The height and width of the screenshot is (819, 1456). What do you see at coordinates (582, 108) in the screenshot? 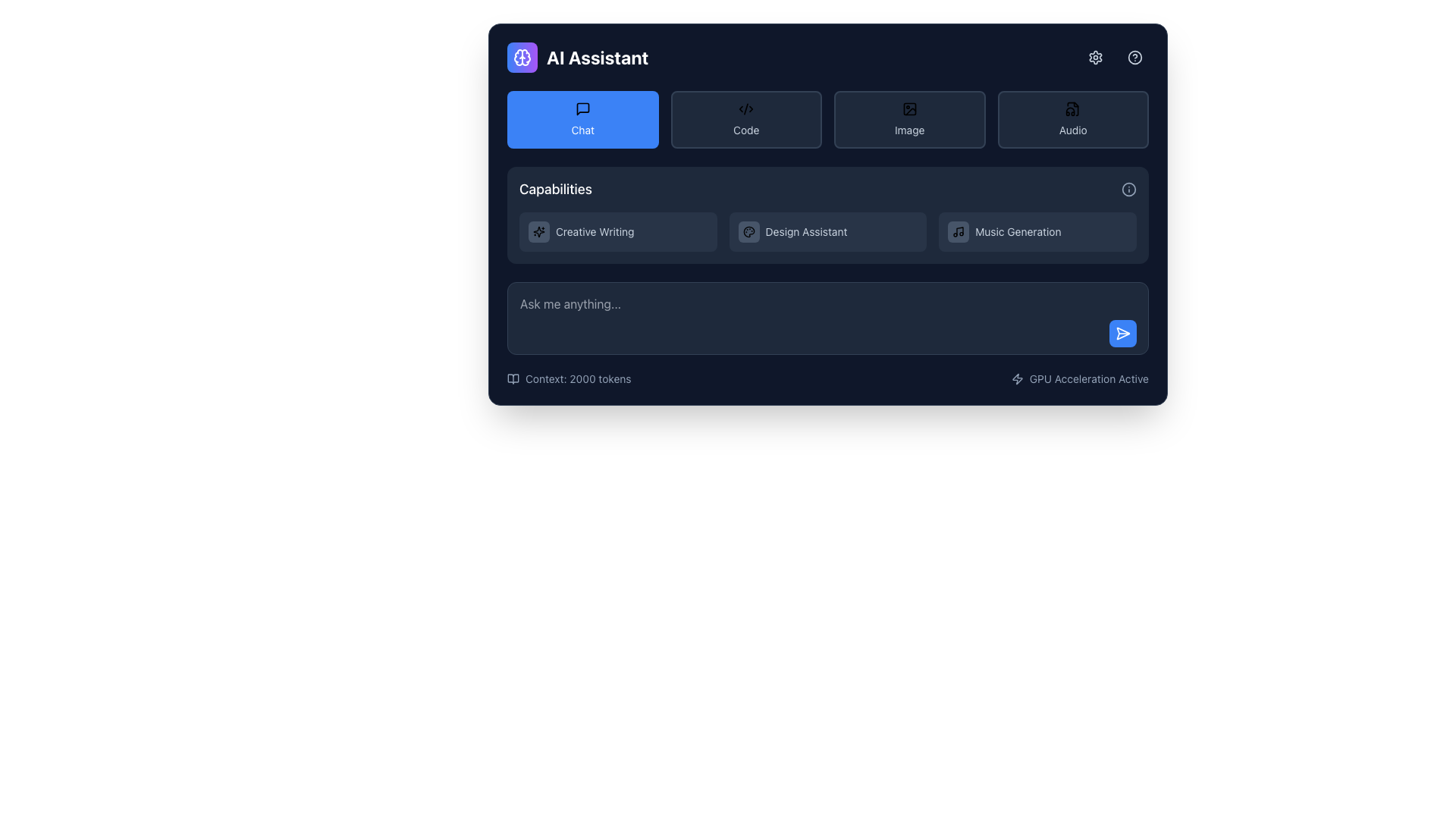
I see `the chat bubble icon located within the 'Chat' button at the top-left corner of the interface` at bounding box center [582, 108].